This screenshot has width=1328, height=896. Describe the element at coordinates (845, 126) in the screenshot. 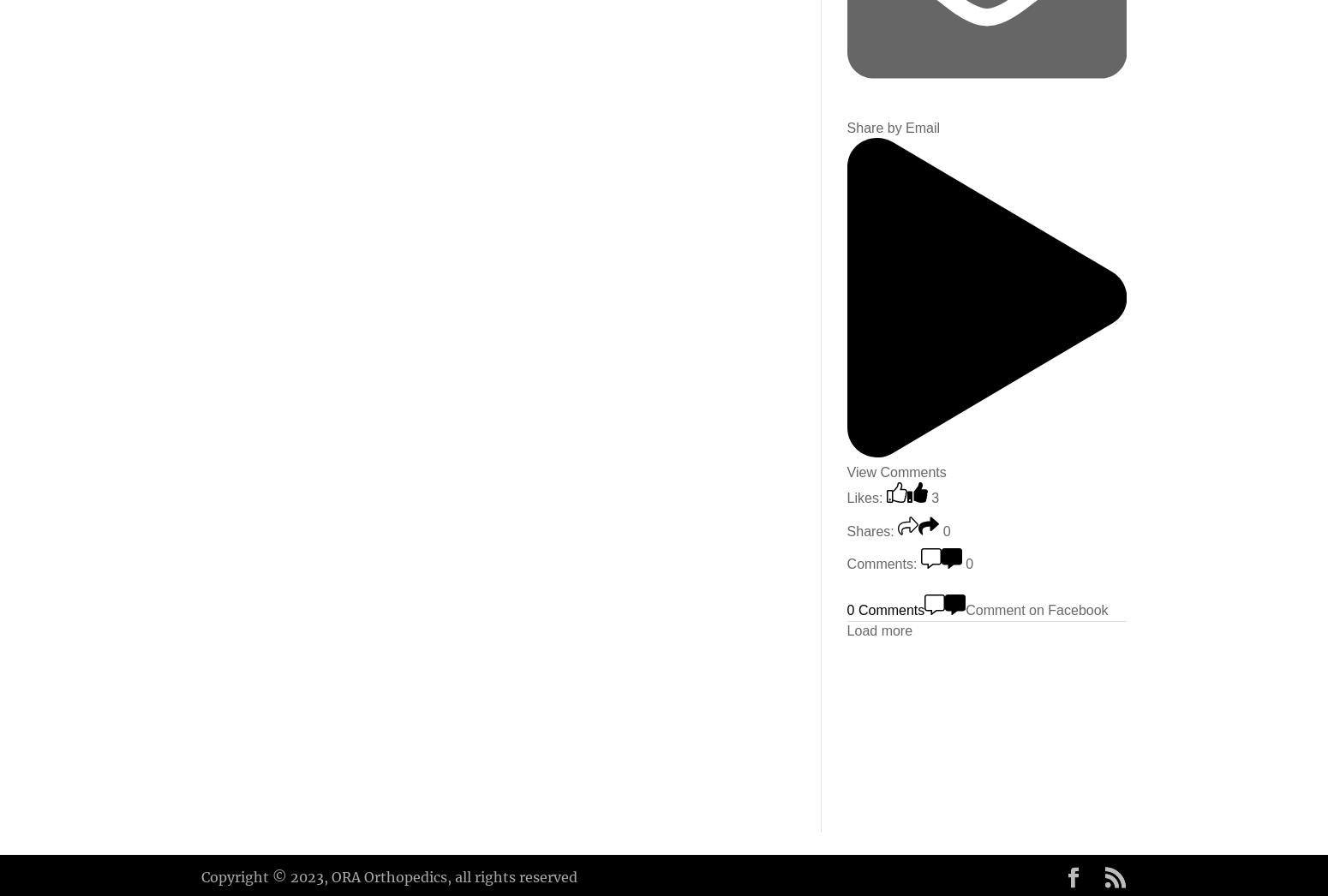

I see `'Share by Email'` at that location.